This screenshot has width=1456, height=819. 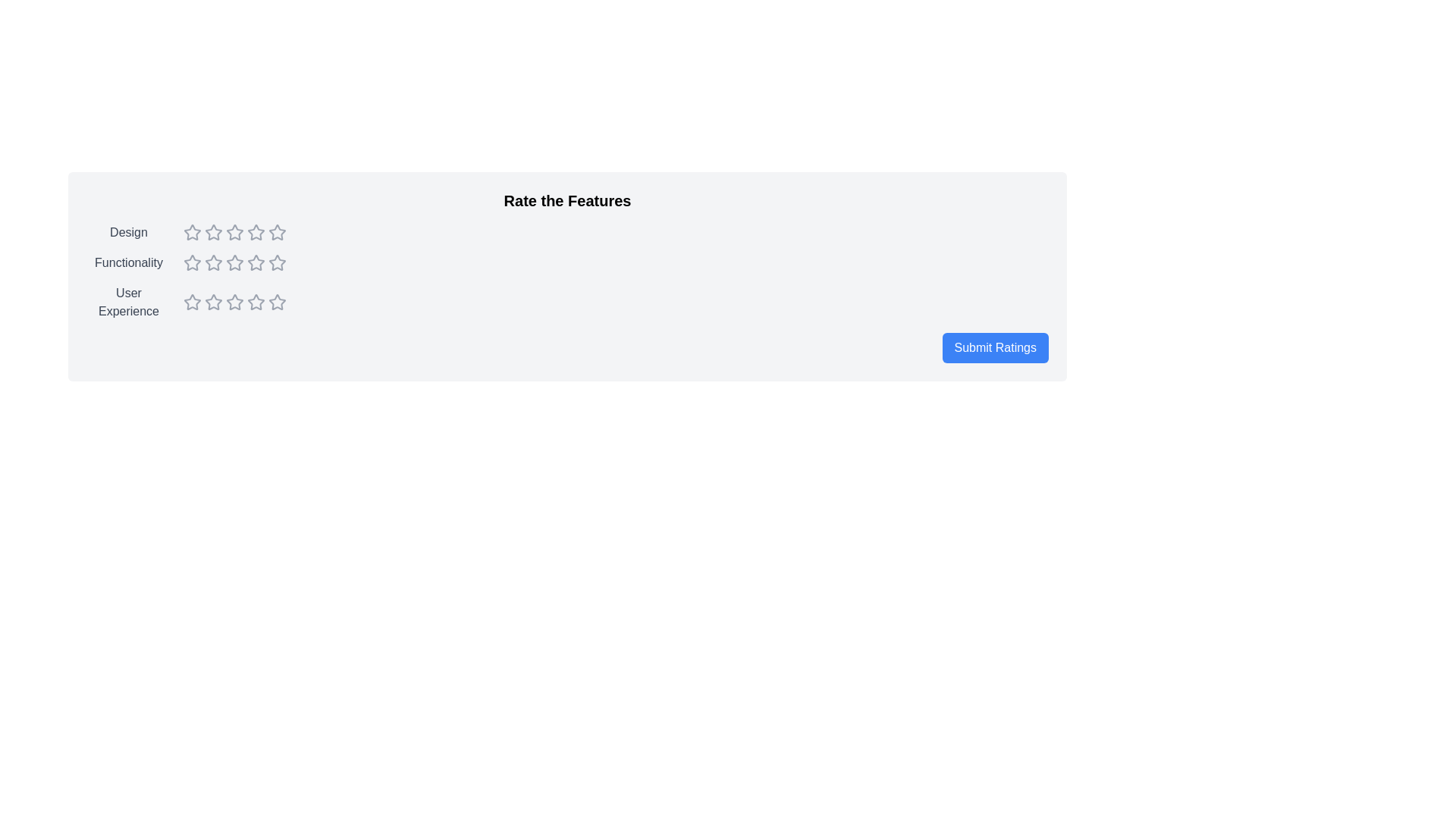 What do you see at coordinates (256, 262) in the screenshot?
I see `the fourth hollow star icon with a gray stroke in the rating section to rate 'Functionality'` at bounding box center [256, 262].